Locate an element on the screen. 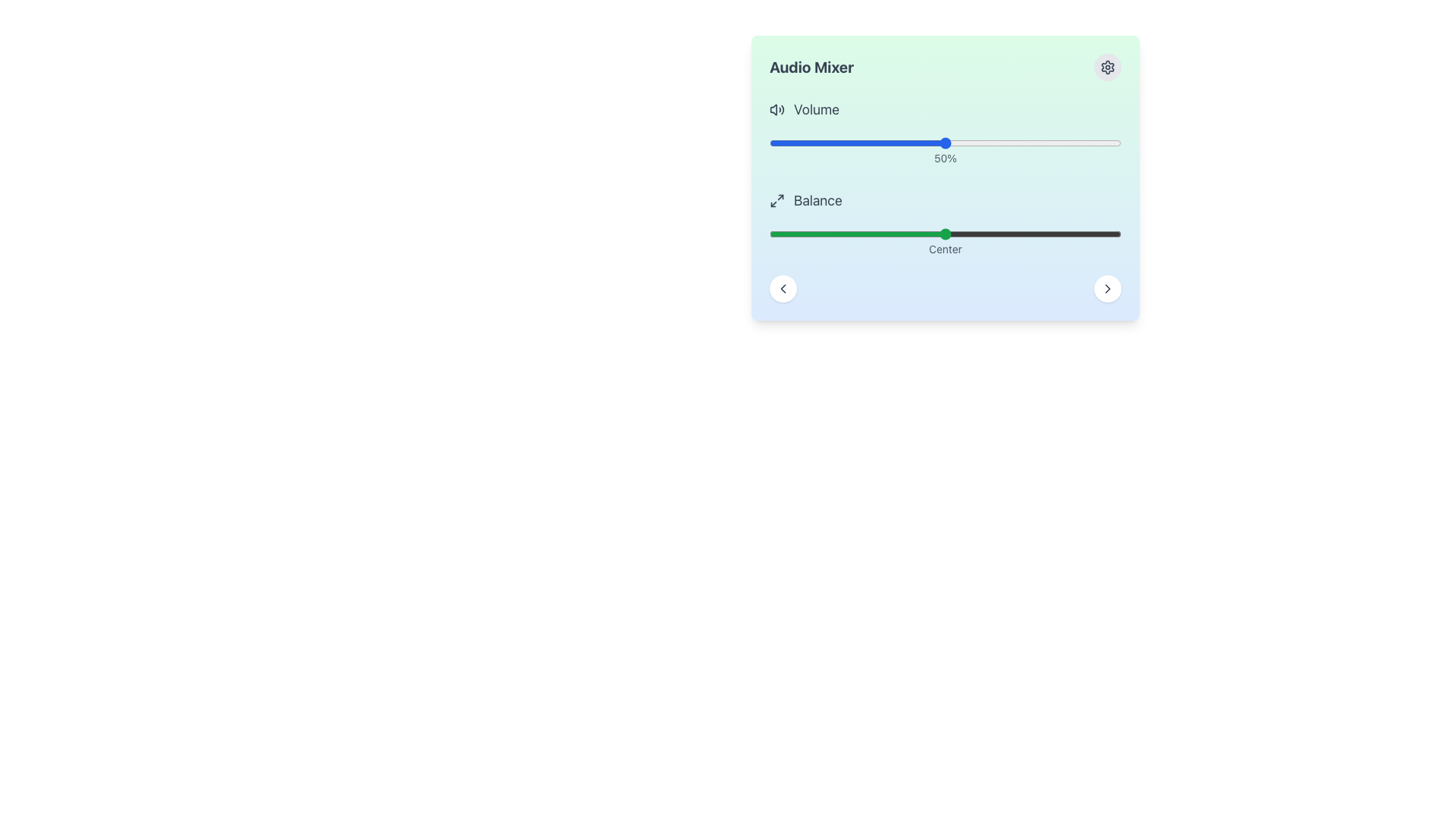 Image resolution: width=1456 pixels, height=819 pixels. balance is located at coordinates (1005, 234).